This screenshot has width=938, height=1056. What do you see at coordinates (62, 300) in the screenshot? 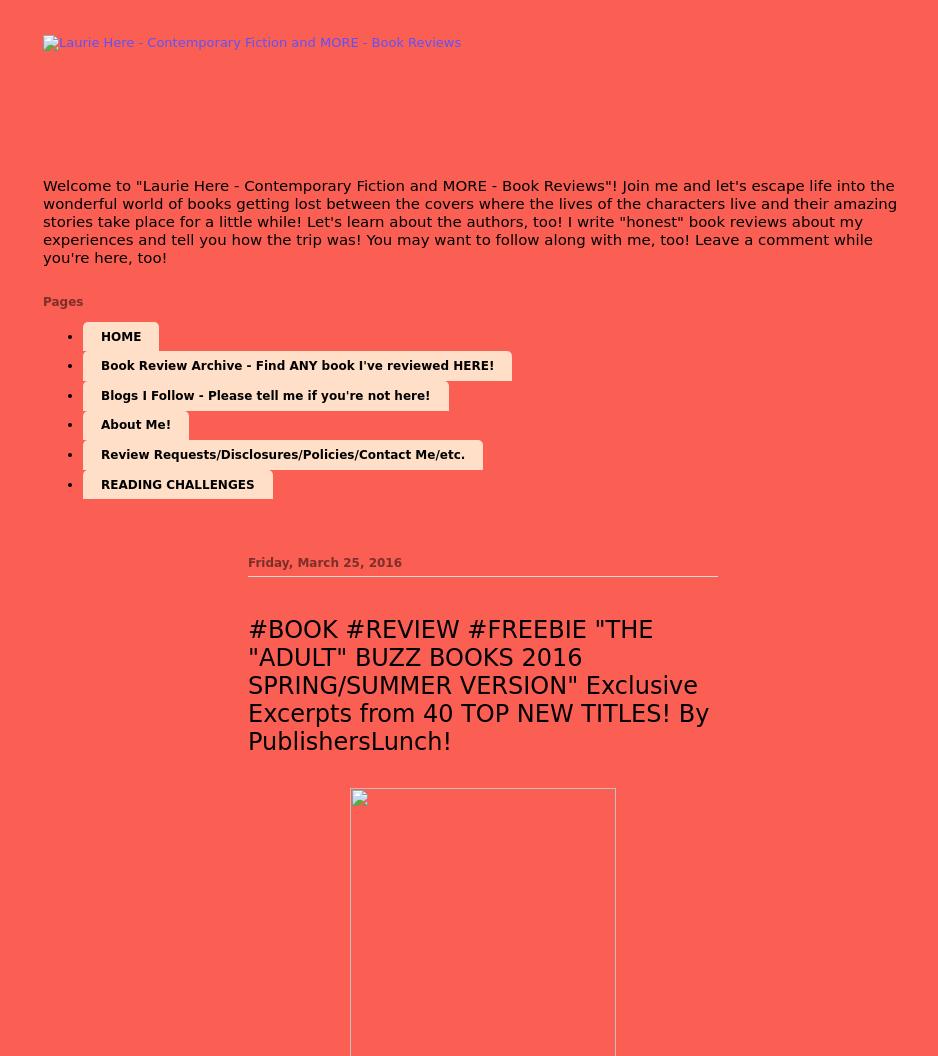
I see `'Pages'` at bounding box center [62, 300].